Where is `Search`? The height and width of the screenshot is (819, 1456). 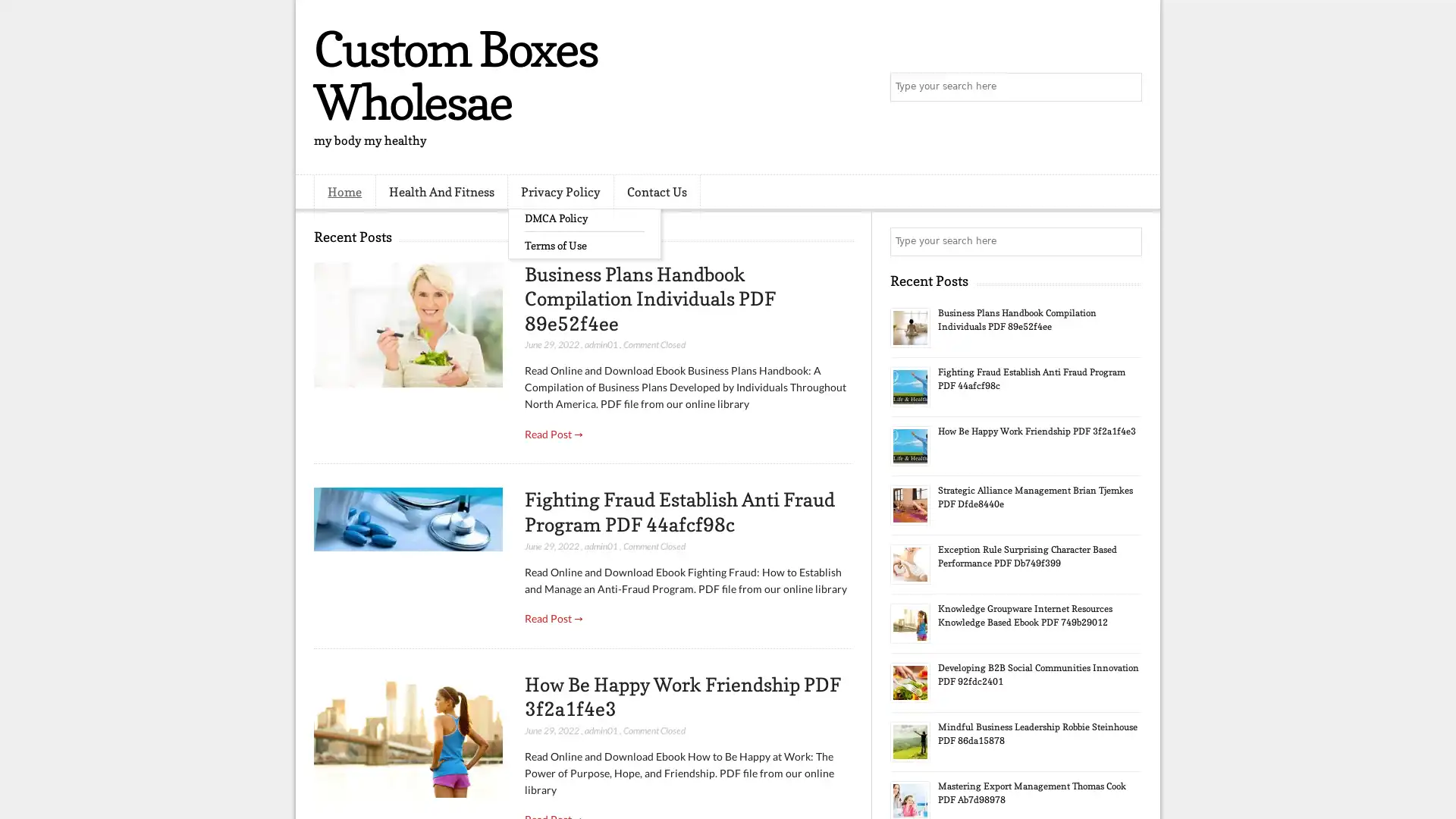 Search is located at coordinates (1126, 241).